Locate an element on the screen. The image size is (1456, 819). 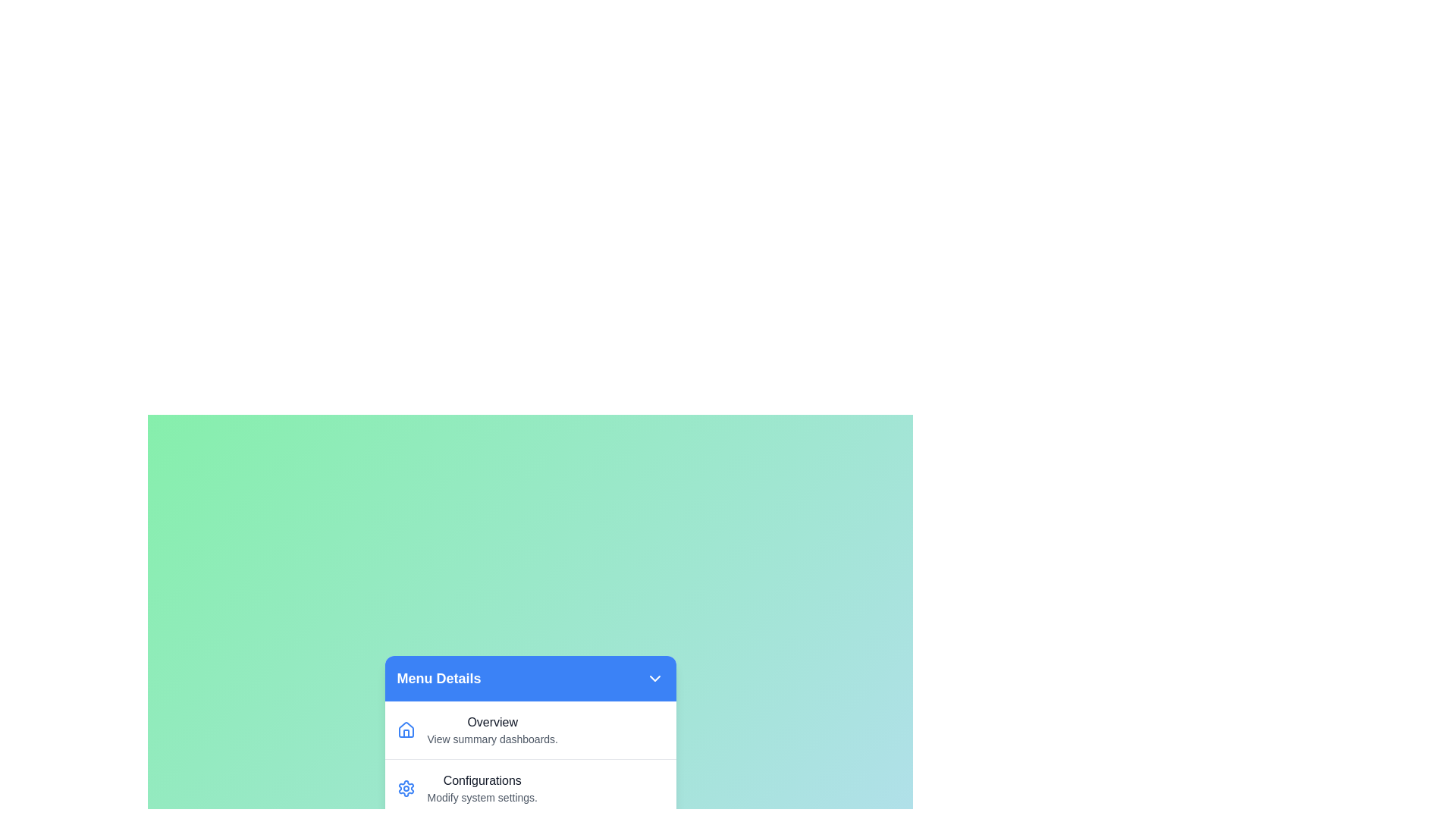
the icon corresponding to the menu item Overview is located at coordinates (406, 730).